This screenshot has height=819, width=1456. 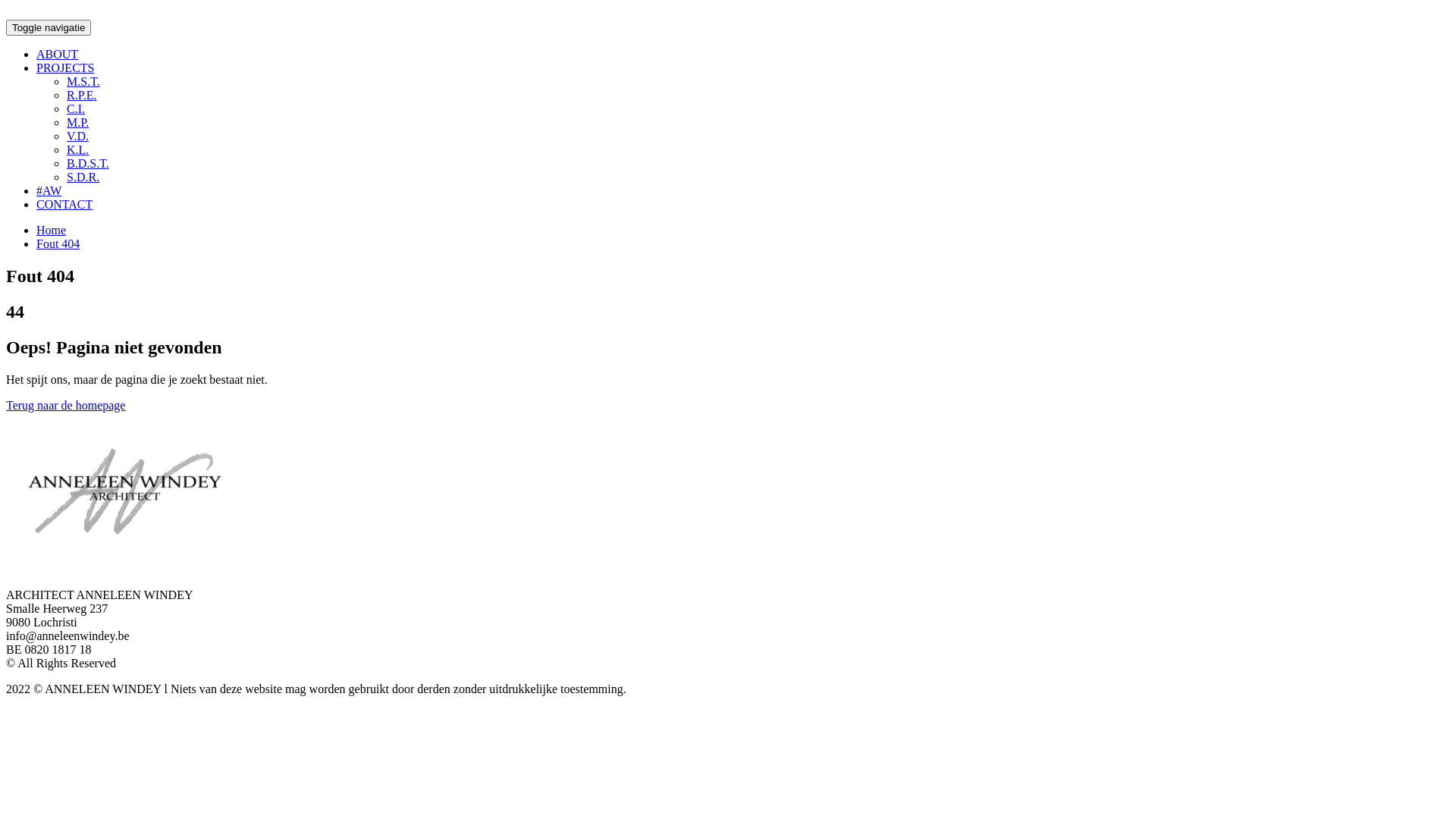 I want to click on 'Fout 404', so click(x=58, y=243).